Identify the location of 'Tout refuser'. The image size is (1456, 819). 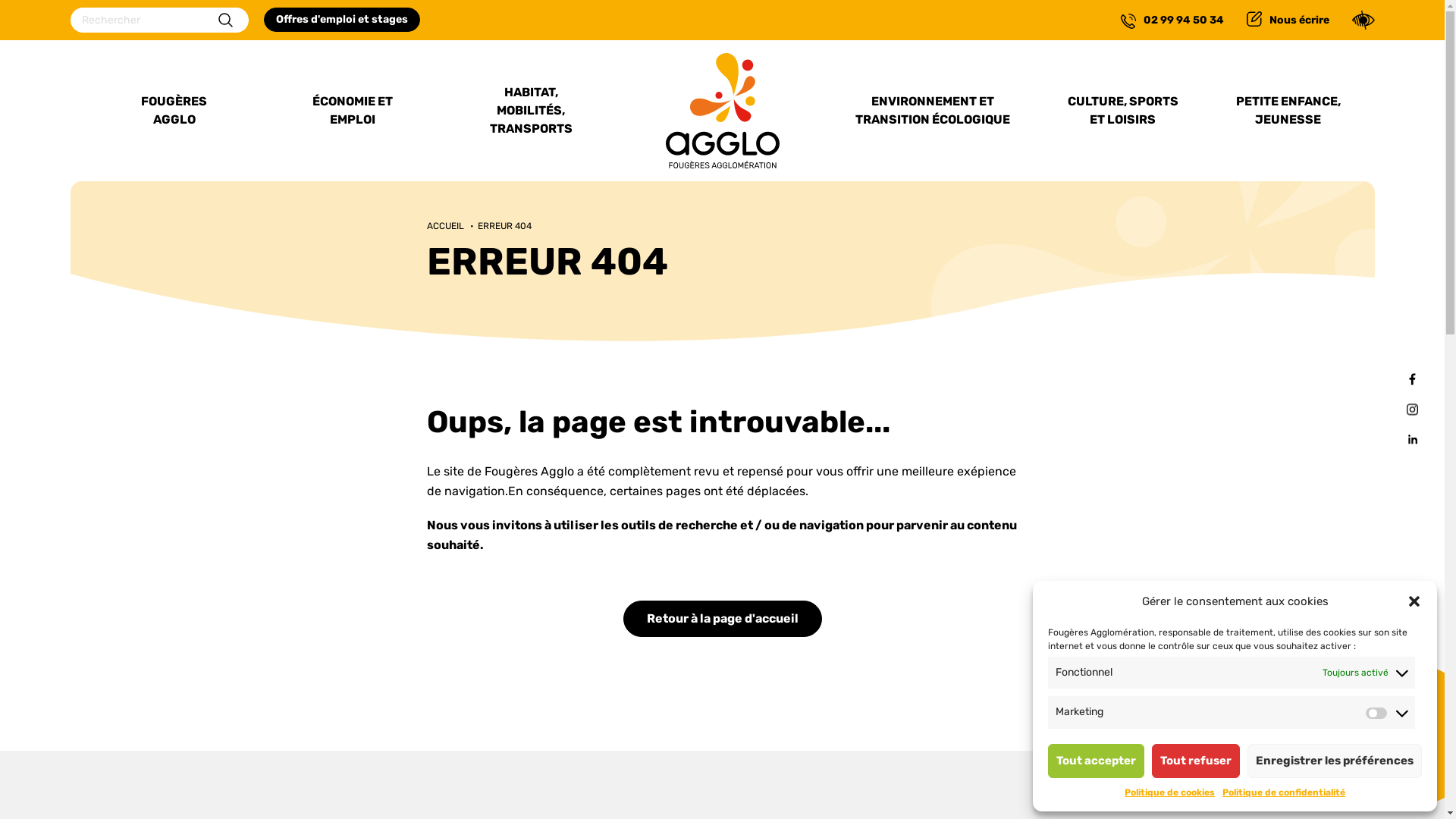
(1195, 761).